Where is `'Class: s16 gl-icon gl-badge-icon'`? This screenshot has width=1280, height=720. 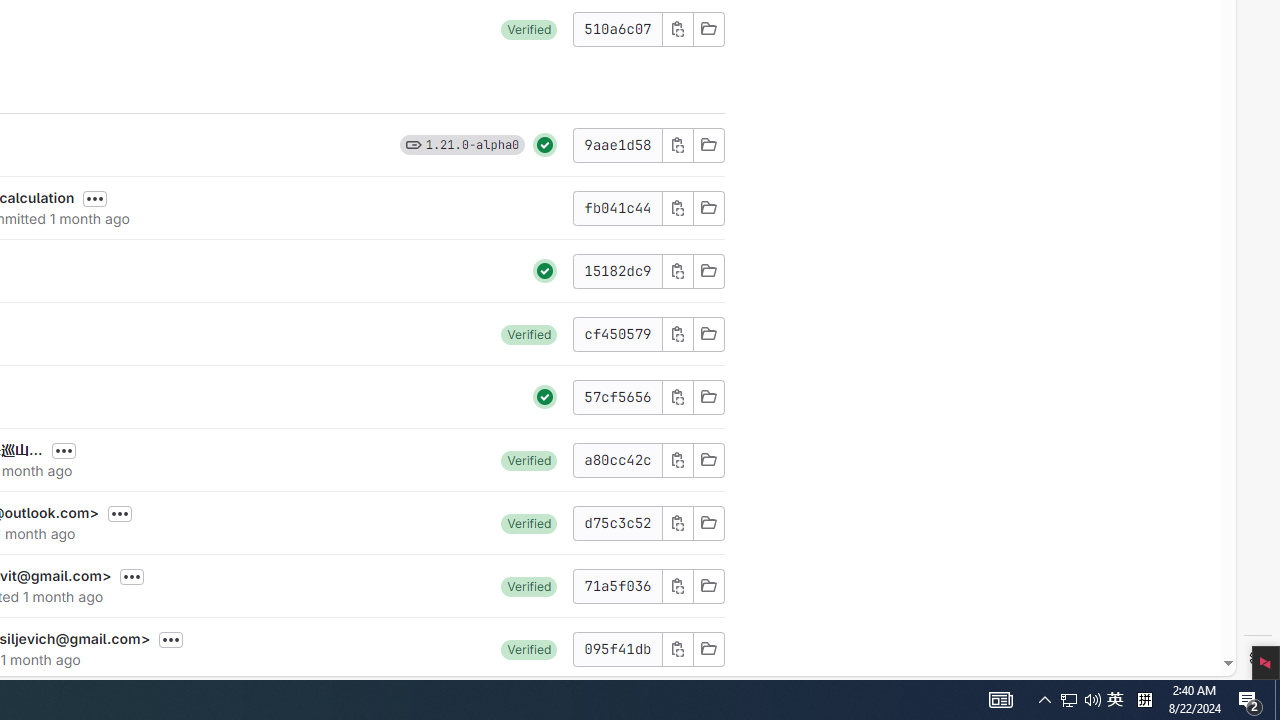
'Class: s16 gl-icon gl-badge-icon' is located at coordinates (412, 143).